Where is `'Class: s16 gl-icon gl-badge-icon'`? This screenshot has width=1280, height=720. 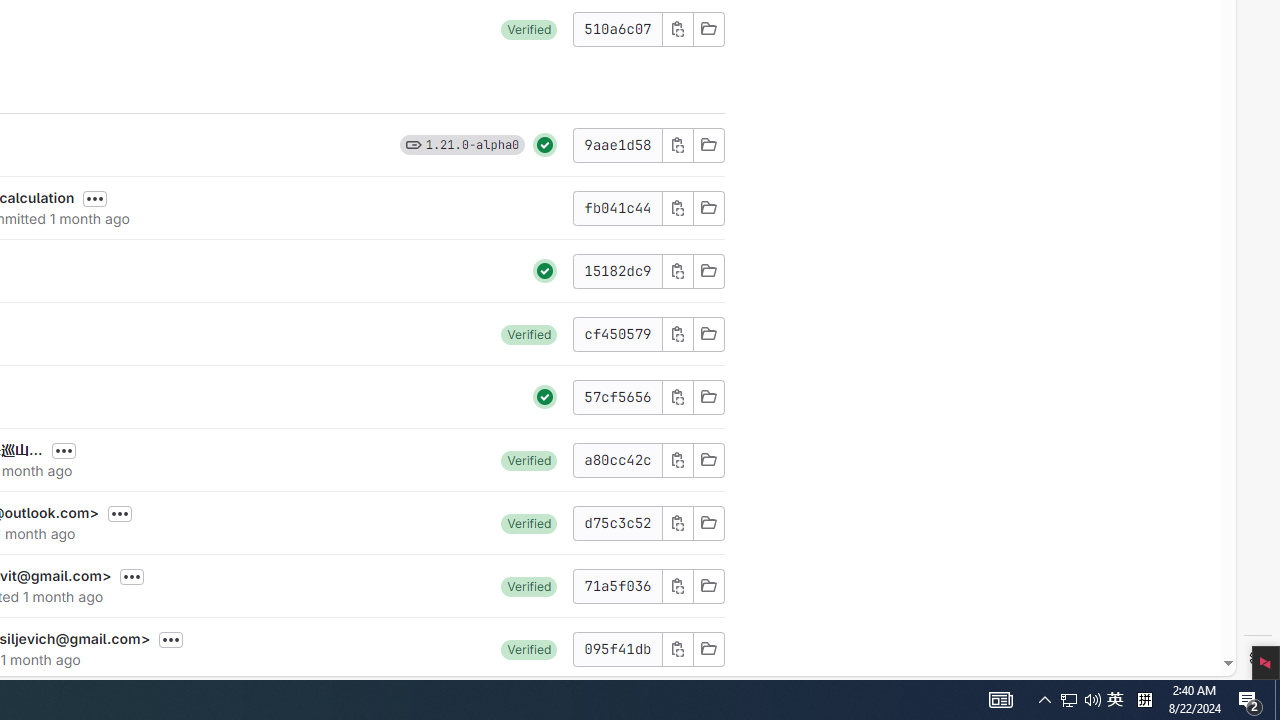
'Class: s16 gl-icon gl-badge-icon' is located at coordinates (412, 143).